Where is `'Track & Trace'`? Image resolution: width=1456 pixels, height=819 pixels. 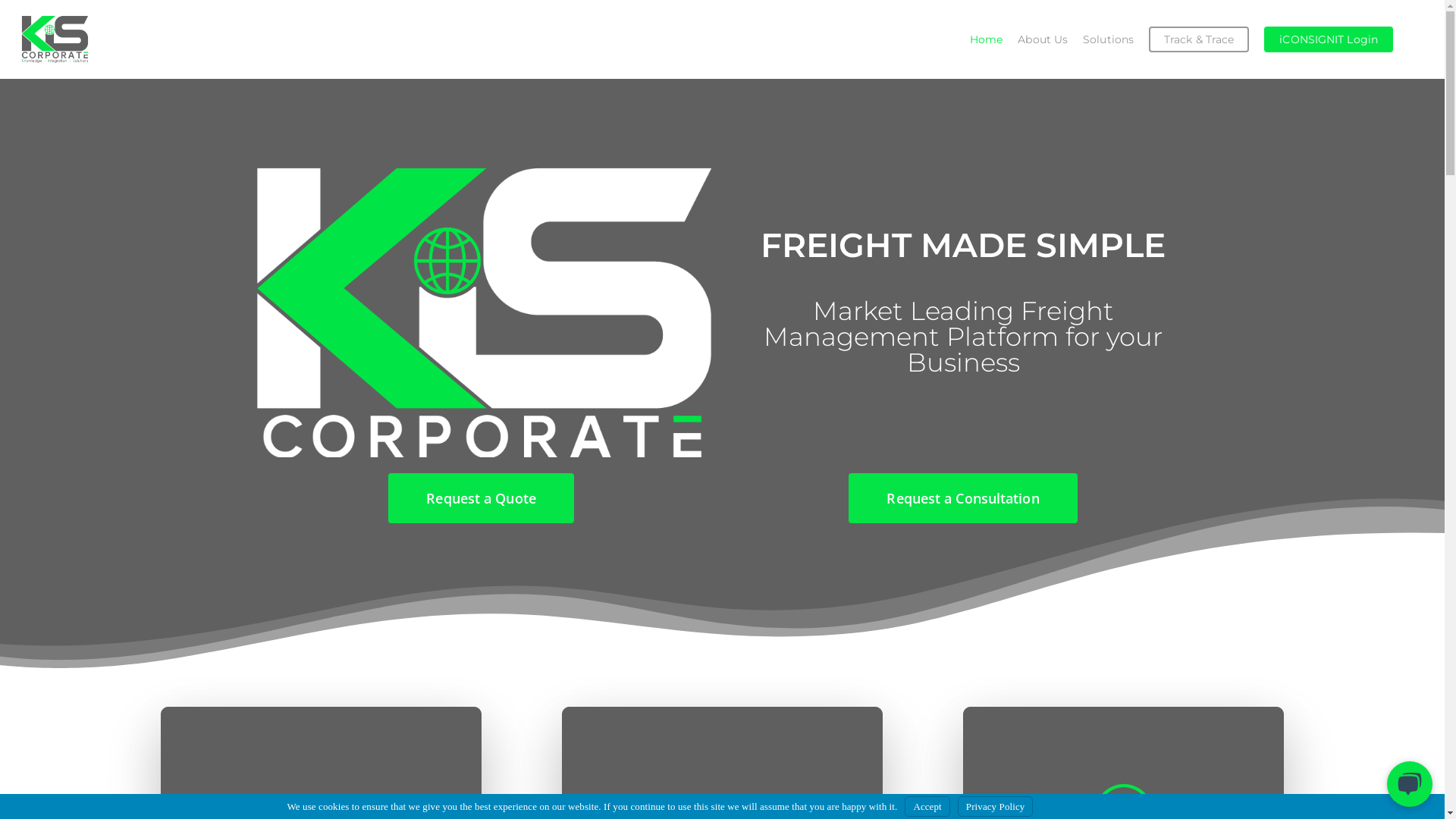 'Track & Trace' is located at coordinates (1197, 38).